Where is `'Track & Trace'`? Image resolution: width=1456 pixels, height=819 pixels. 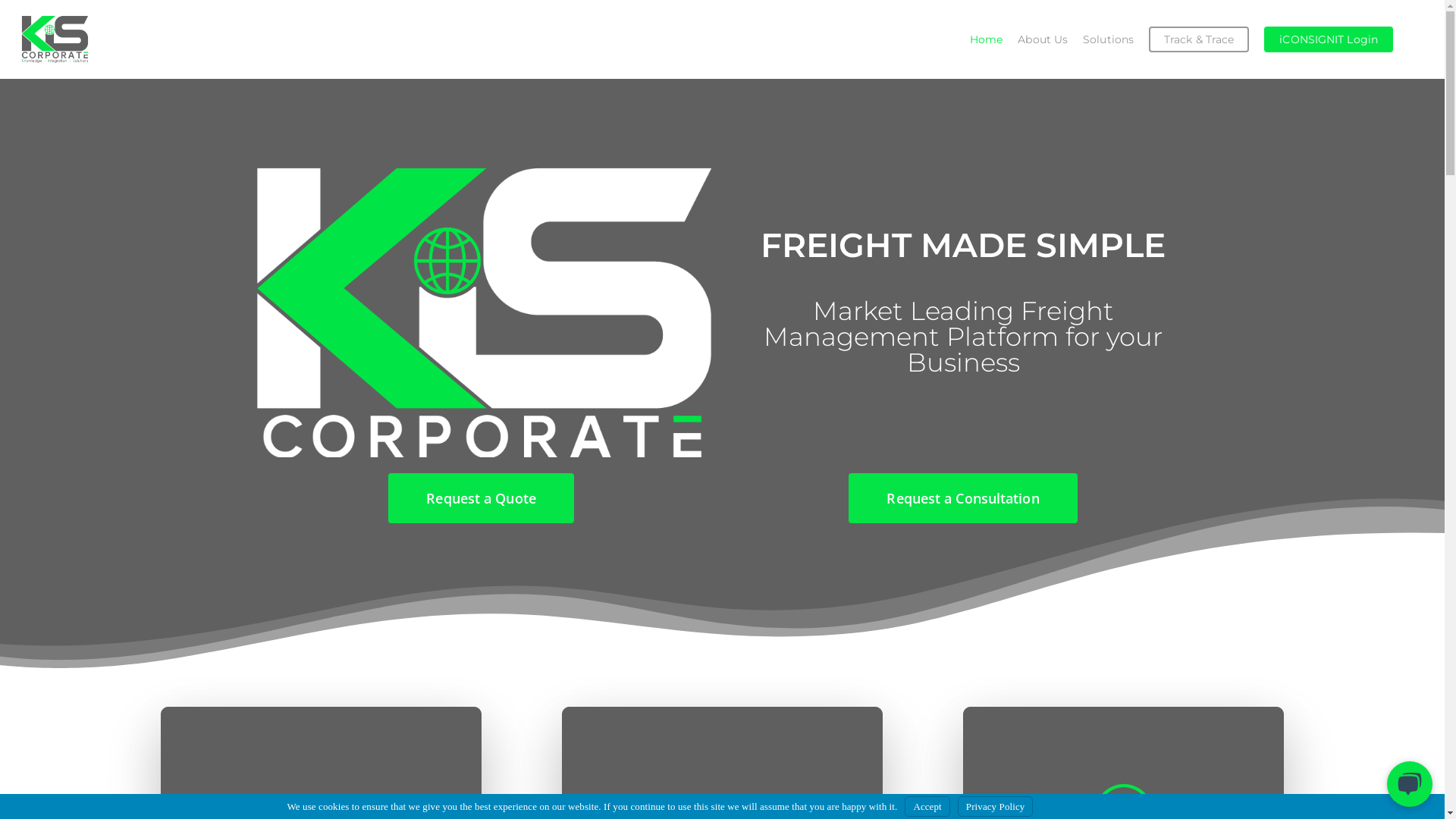 'Track & Trace' is located at coordinates (1197, 38).